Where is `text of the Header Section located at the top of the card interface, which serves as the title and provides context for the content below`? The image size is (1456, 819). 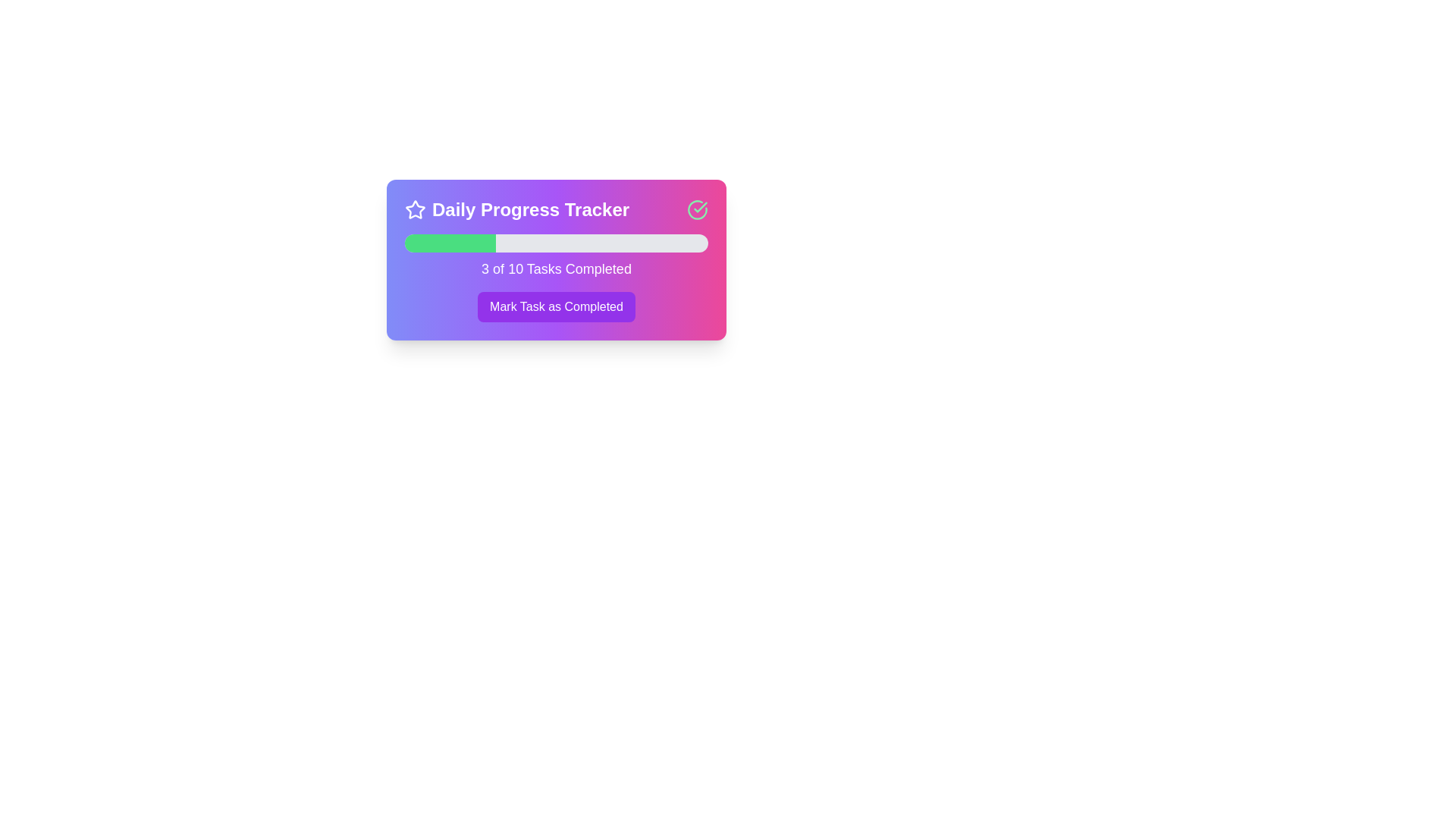 text of the Header Section located at the top of the card interface, which serves as the title and provides context for the content below is located at coordinates (556, 210).